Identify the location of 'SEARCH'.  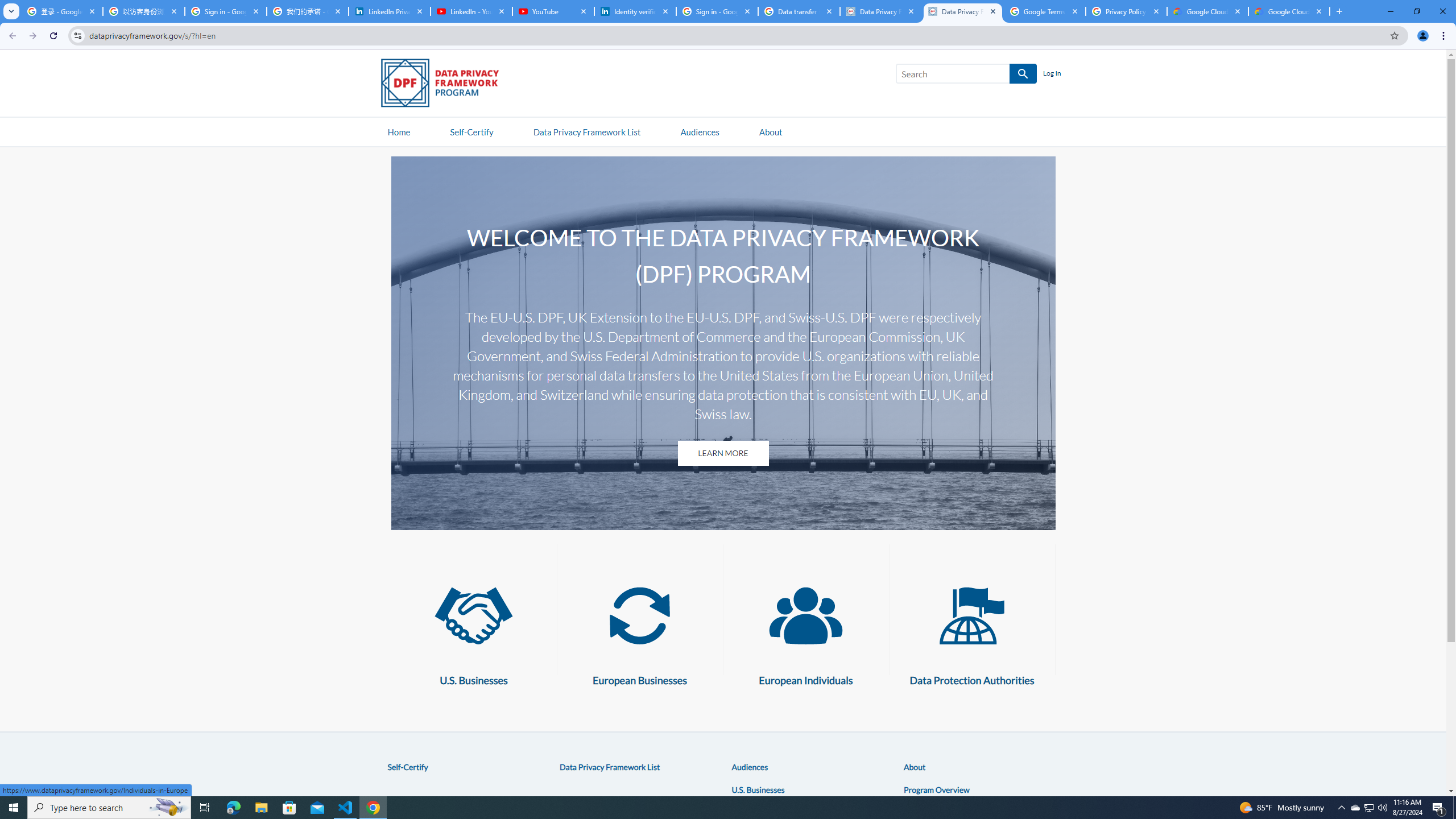
(1022, 74).